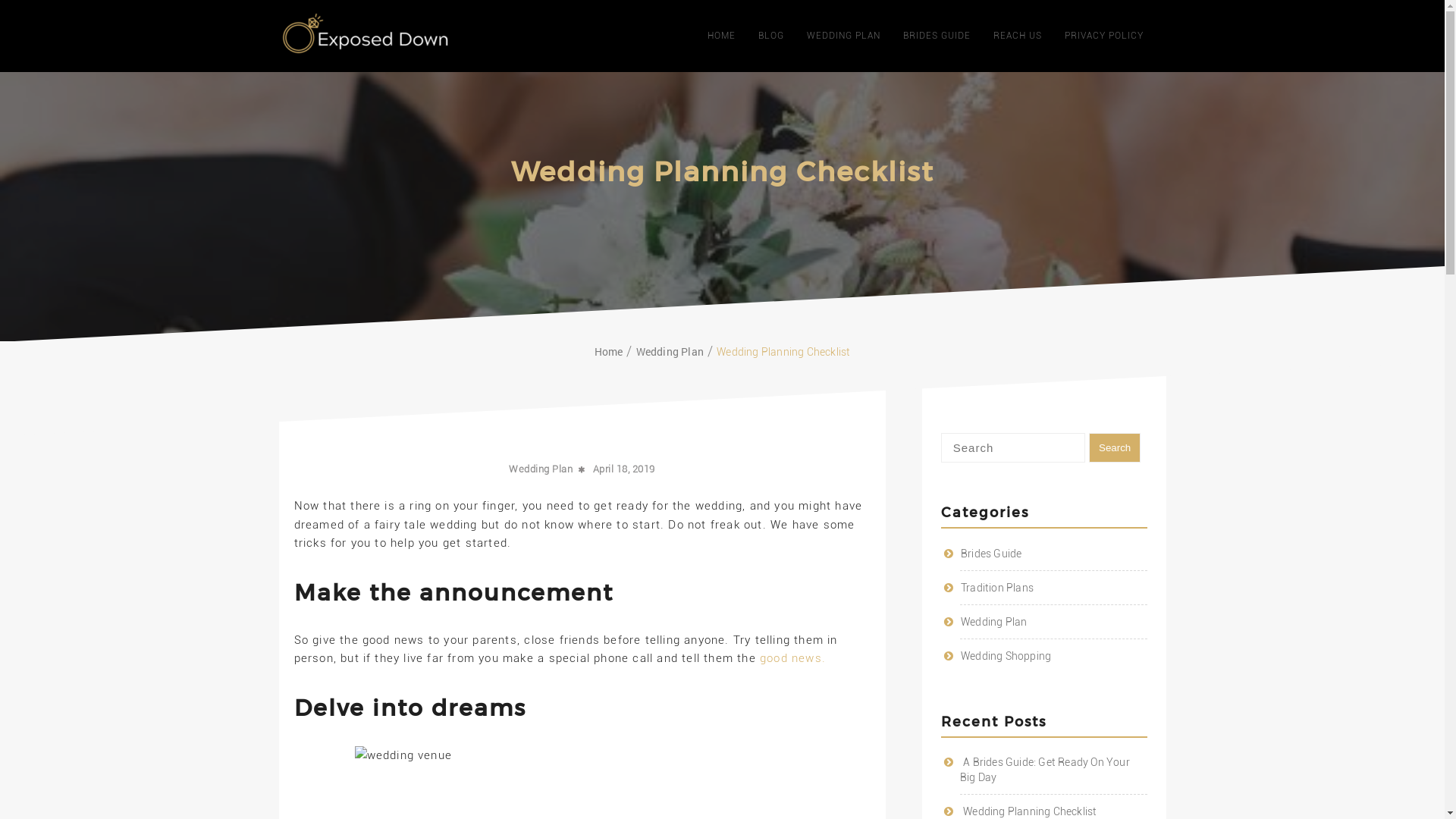 Image resolution: width=1456 pixels, height=819 pixels. What do you see at coordinates (623, 468) in the screenshot?
I see `'April 18, 2019'` at bounding box center [623, 468].